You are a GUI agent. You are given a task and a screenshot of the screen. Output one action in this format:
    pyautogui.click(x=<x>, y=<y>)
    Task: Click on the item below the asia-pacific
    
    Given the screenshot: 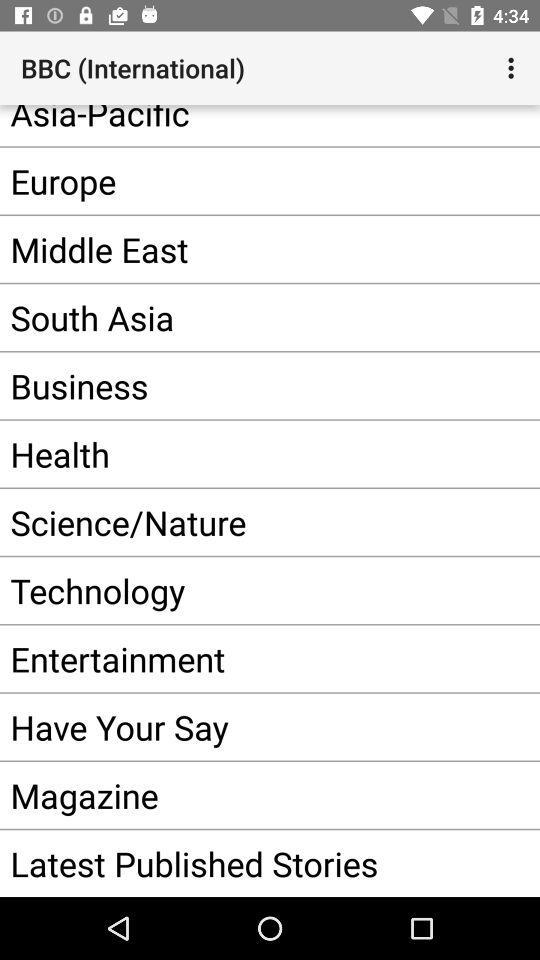 What is the action you would take?
    pyautogui.click(x=239, y=181)
    